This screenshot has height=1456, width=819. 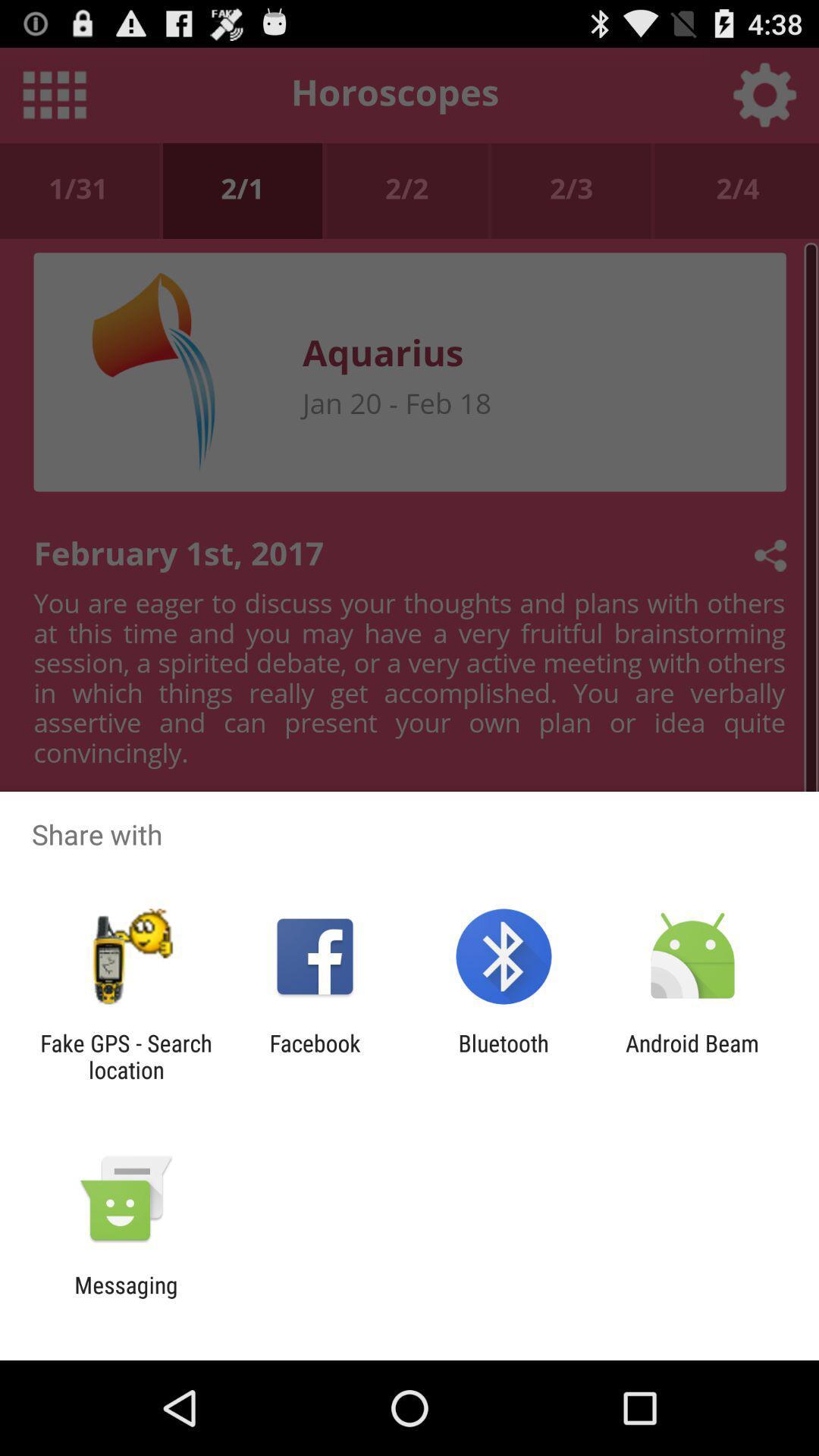 I want to click on the icon at the bottom right corner, so click(x=692, y=1056).